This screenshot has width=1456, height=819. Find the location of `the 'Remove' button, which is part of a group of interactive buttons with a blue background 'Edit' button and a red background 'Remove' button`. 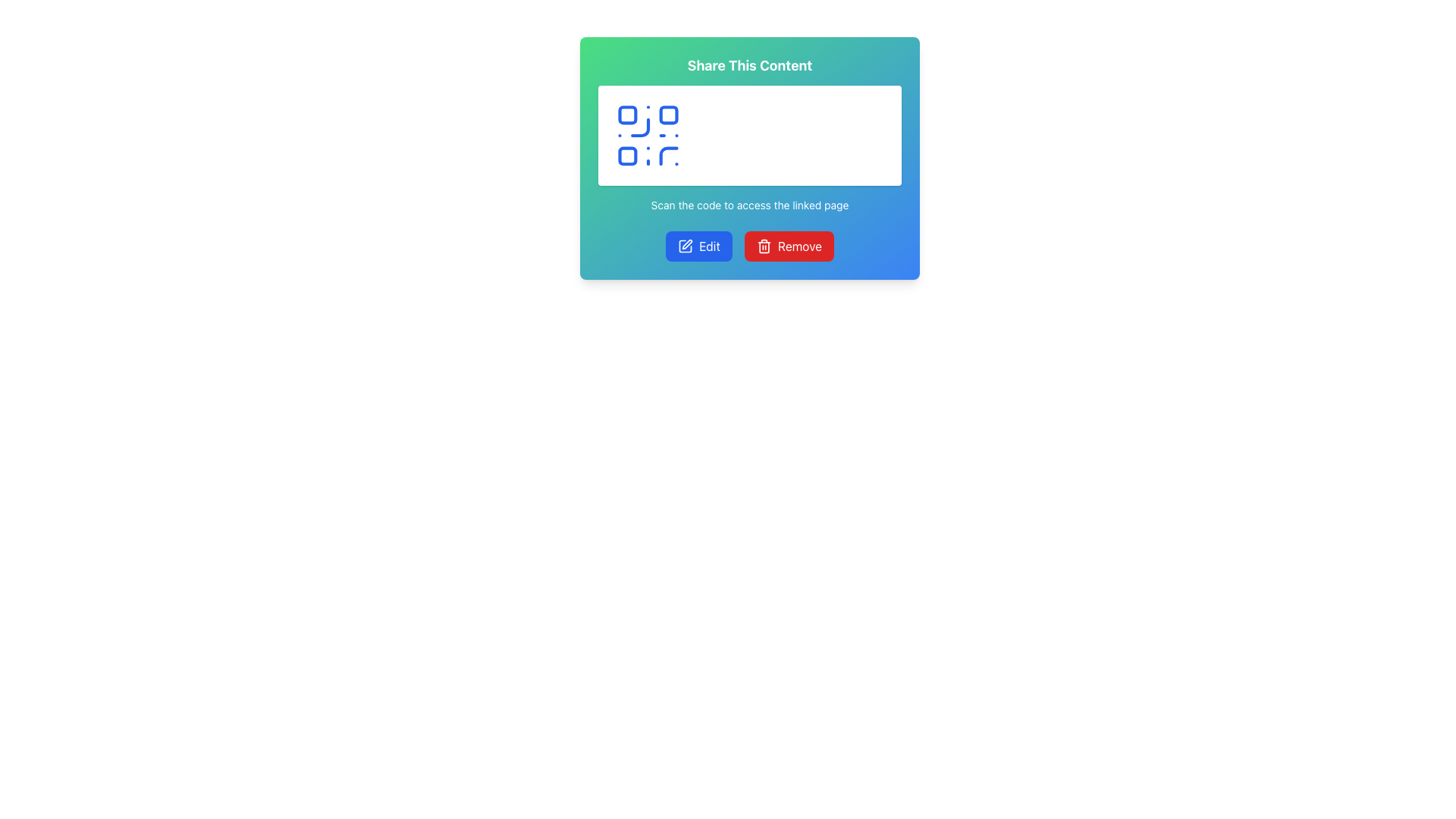

the 'Remove' button, which is part of a group of interactive buttons with a blue background 'Edit' button and a red background 'Remove' button is located at coordinates (749, 245).